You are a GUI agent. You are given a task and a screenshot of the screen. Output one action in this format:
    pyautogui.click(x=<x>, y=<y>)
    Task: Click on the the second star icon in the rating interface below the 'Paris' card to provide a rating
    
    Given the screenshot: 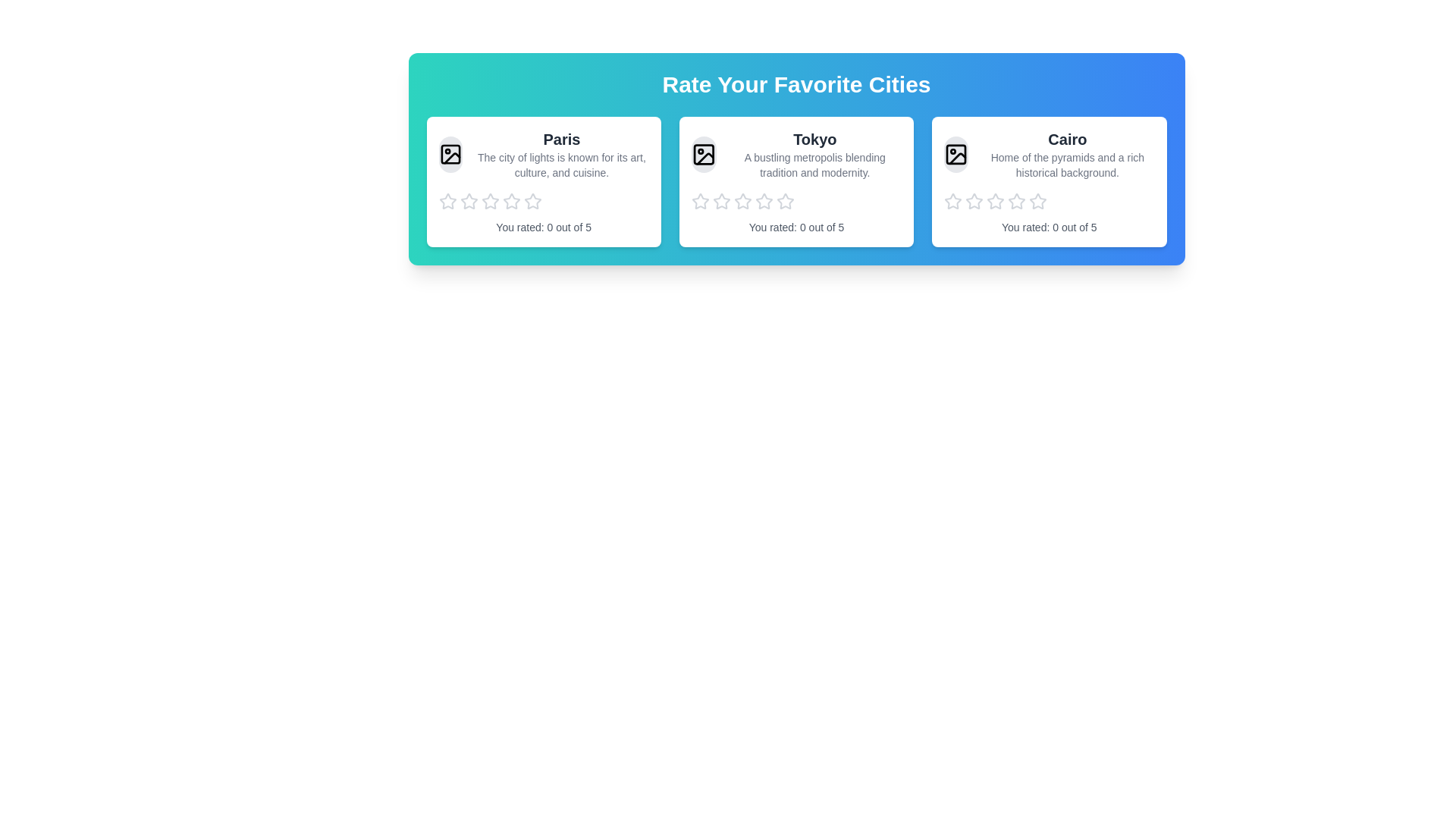 What is the action you would take?
    pyautogui.click(x=468, y=201)
    